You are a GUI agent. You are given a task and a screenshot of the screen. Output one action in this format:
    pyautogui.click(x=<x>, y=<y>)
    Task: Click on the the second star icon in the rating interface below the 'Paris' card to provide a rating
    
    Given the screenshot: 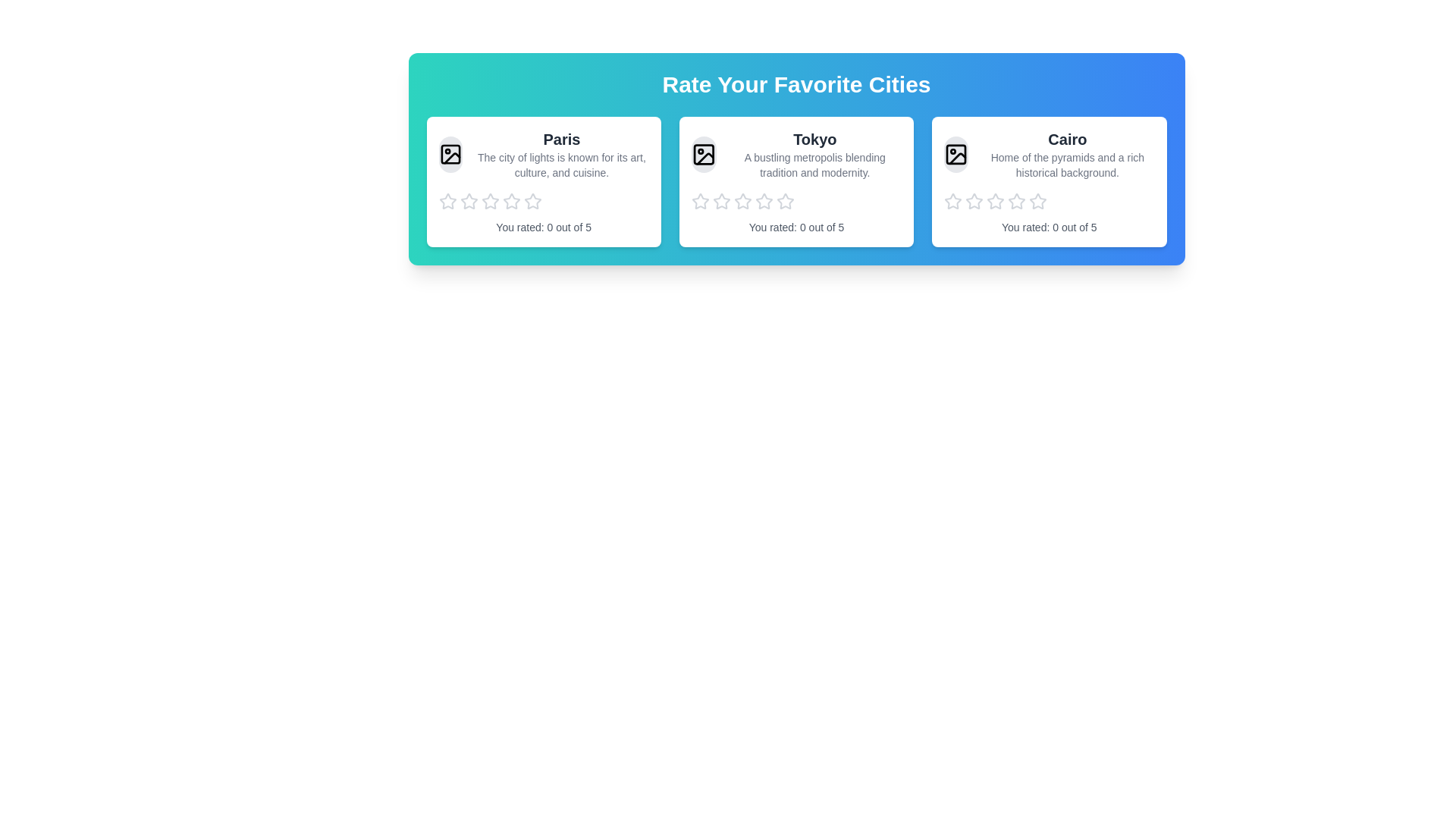 What is the action you would take?
    pyautogui.click(x=468, y=201)
    